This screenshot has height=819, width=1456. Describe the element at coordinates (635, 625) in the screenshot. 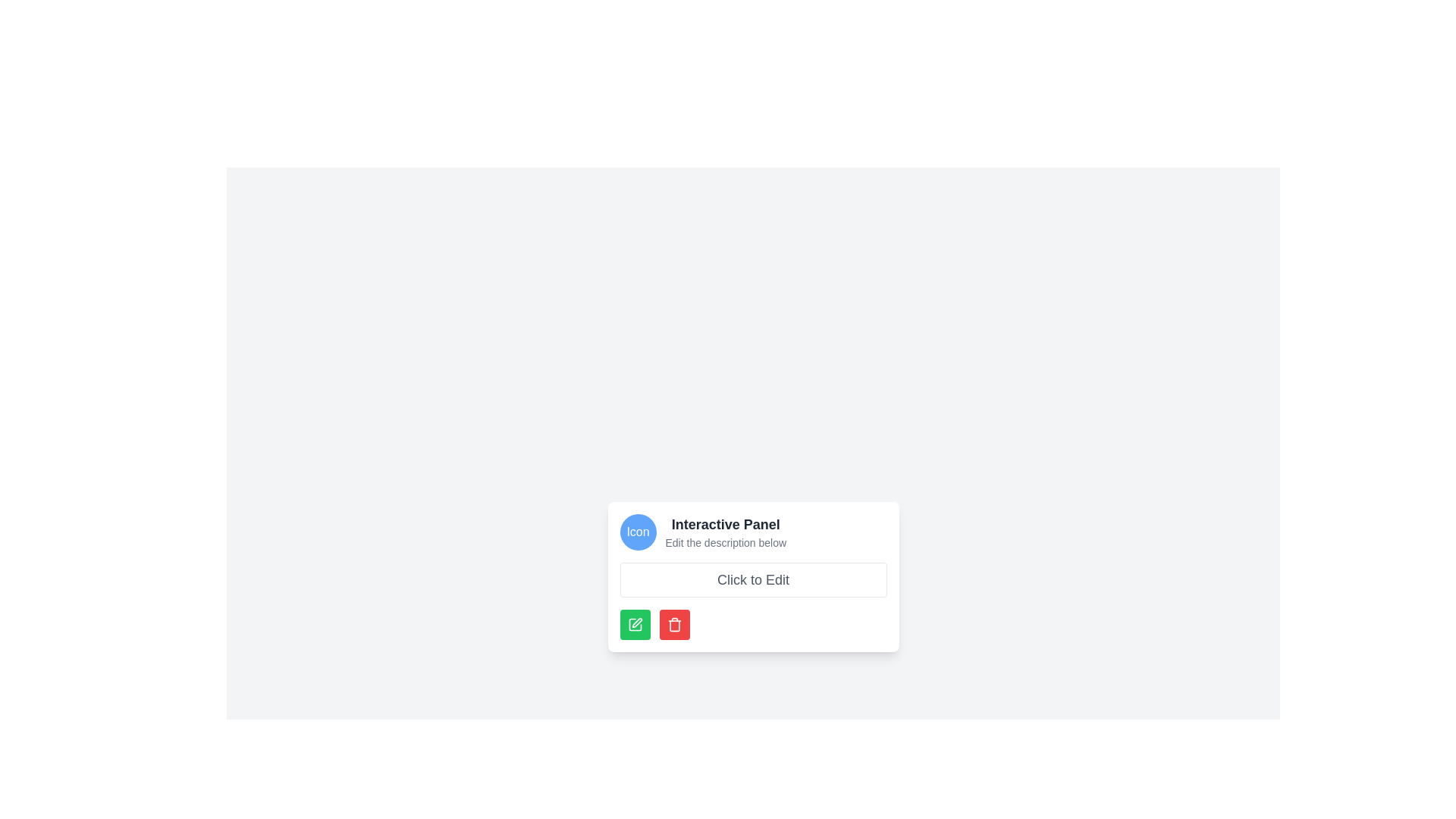

I see `the green button that contains the vector graphic icon, which is positioned below the 'Click` at that location.